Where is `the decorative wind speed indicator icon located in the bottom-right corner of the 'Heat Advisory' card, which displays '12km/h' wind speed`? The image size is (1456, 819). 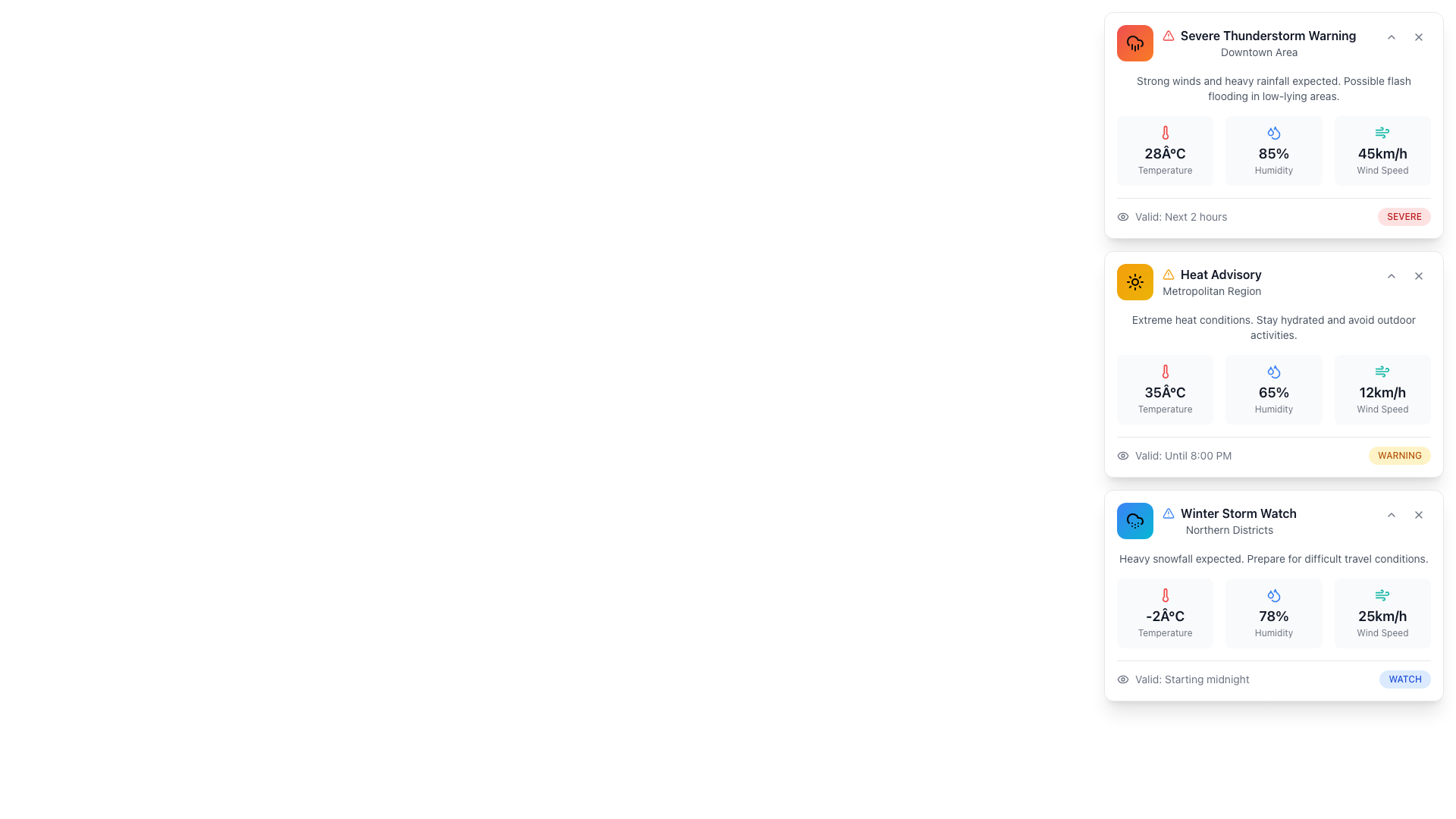
the decorative wind speed indicator icon located in the bottom-right corner of the 'Heat Advisory' card, which displays '12km/h' wind speed is located at coordinates (1382, 371).